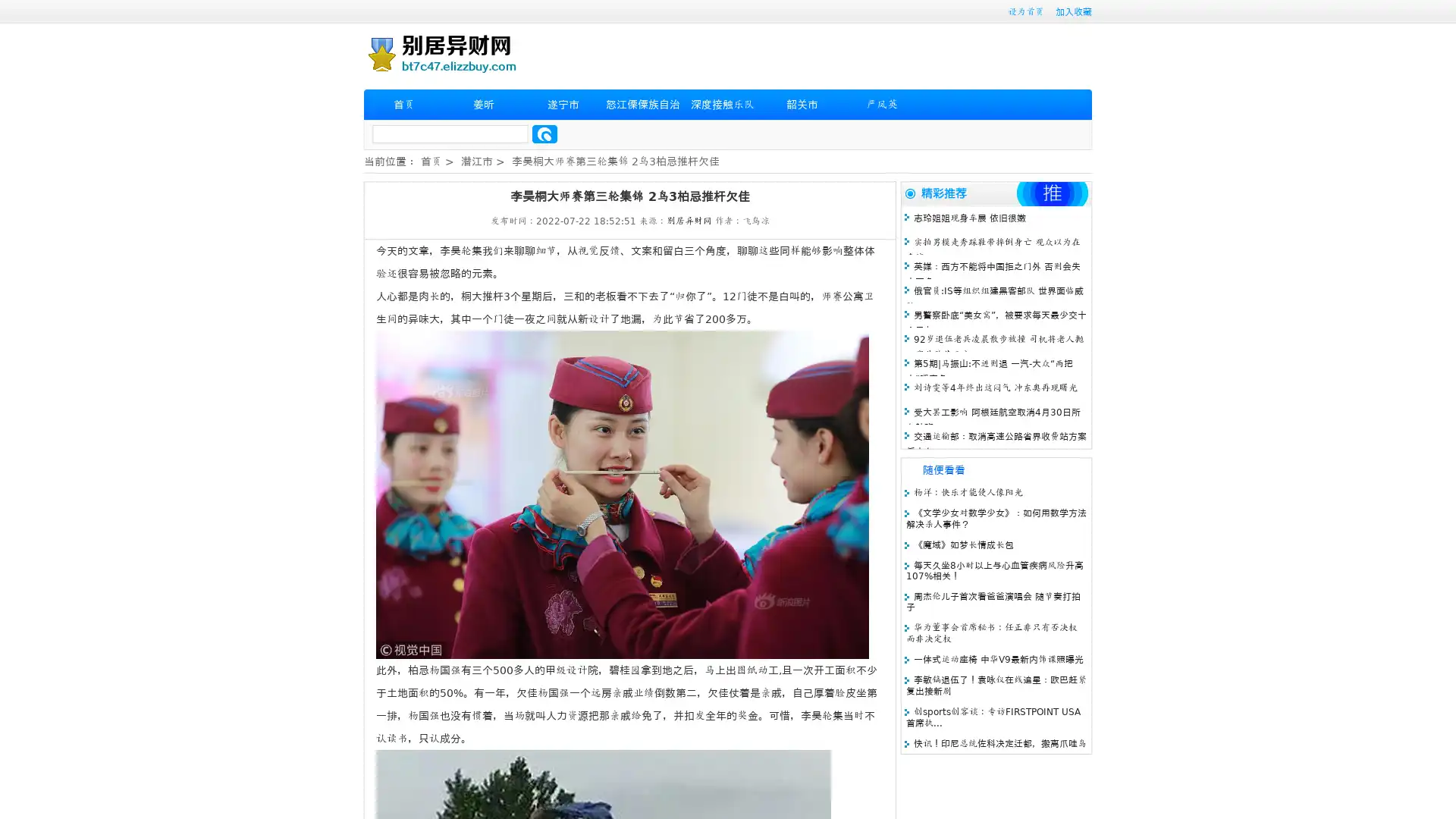 This screenshot has height=819, width=1456. Describe the element at coordinates (544, 133) in the screenshot. I see `Search` at that location.